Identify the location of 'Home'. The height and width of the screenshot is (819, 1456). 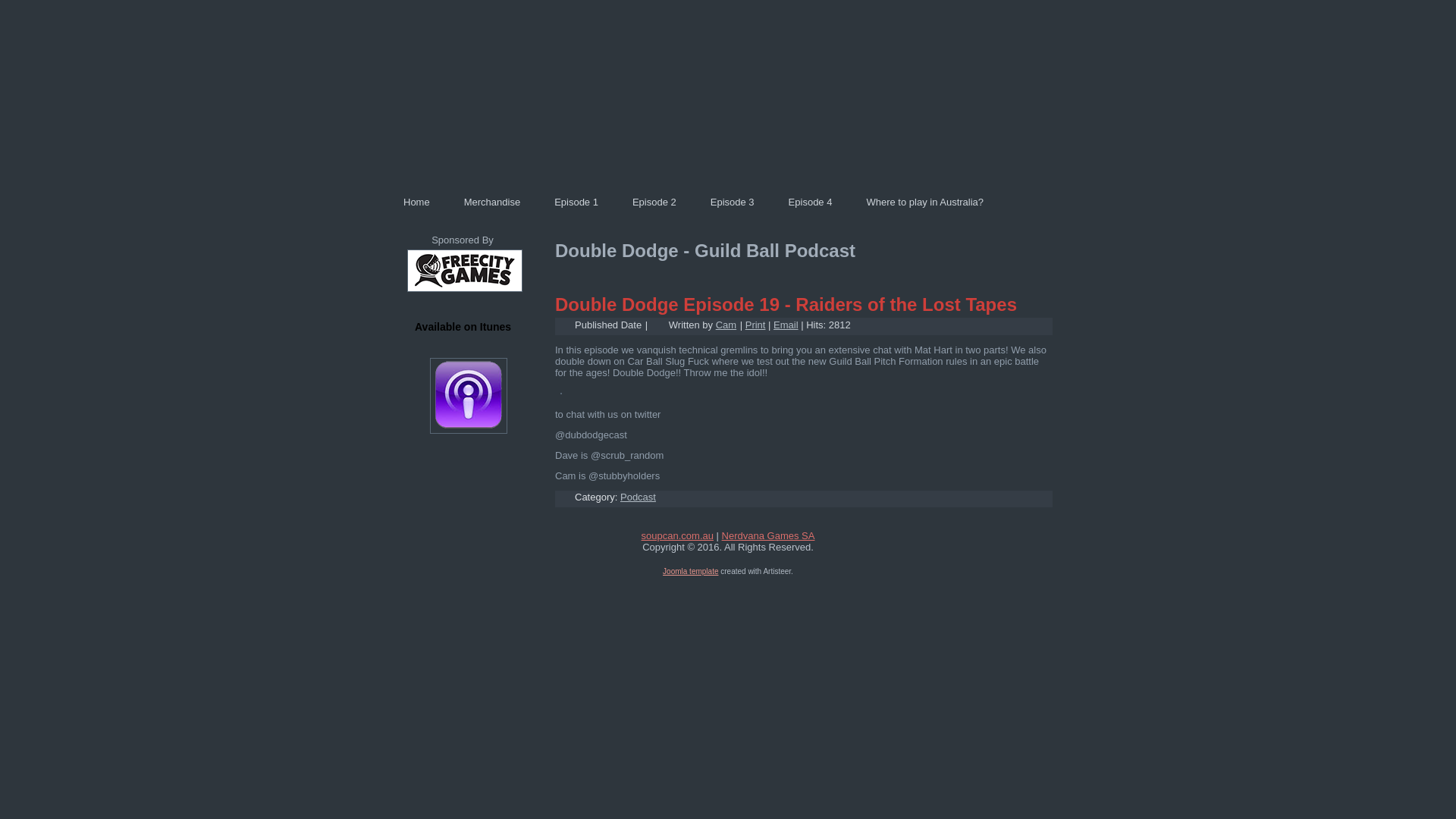
(416, 201).